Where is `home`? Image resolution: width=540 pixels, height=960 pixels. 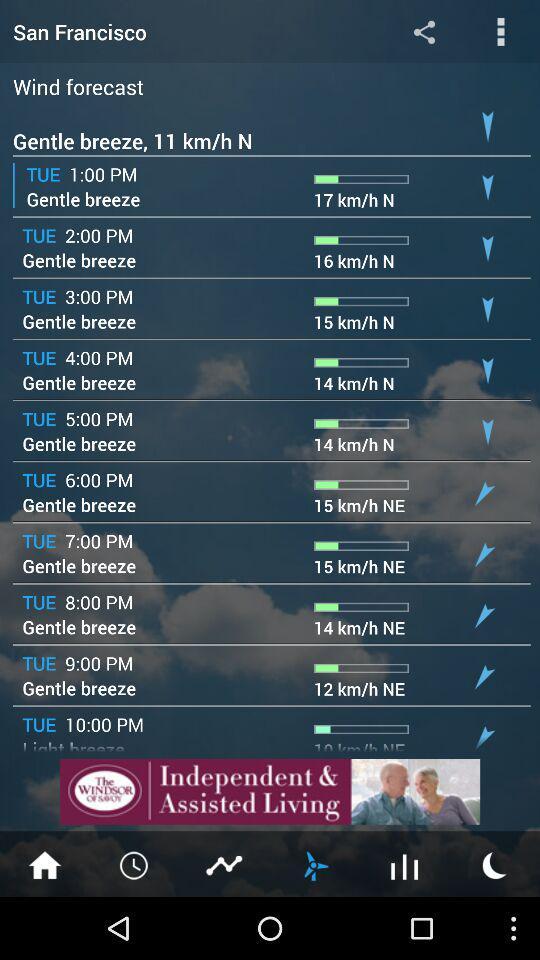 home is located at coordinates (44, 863).